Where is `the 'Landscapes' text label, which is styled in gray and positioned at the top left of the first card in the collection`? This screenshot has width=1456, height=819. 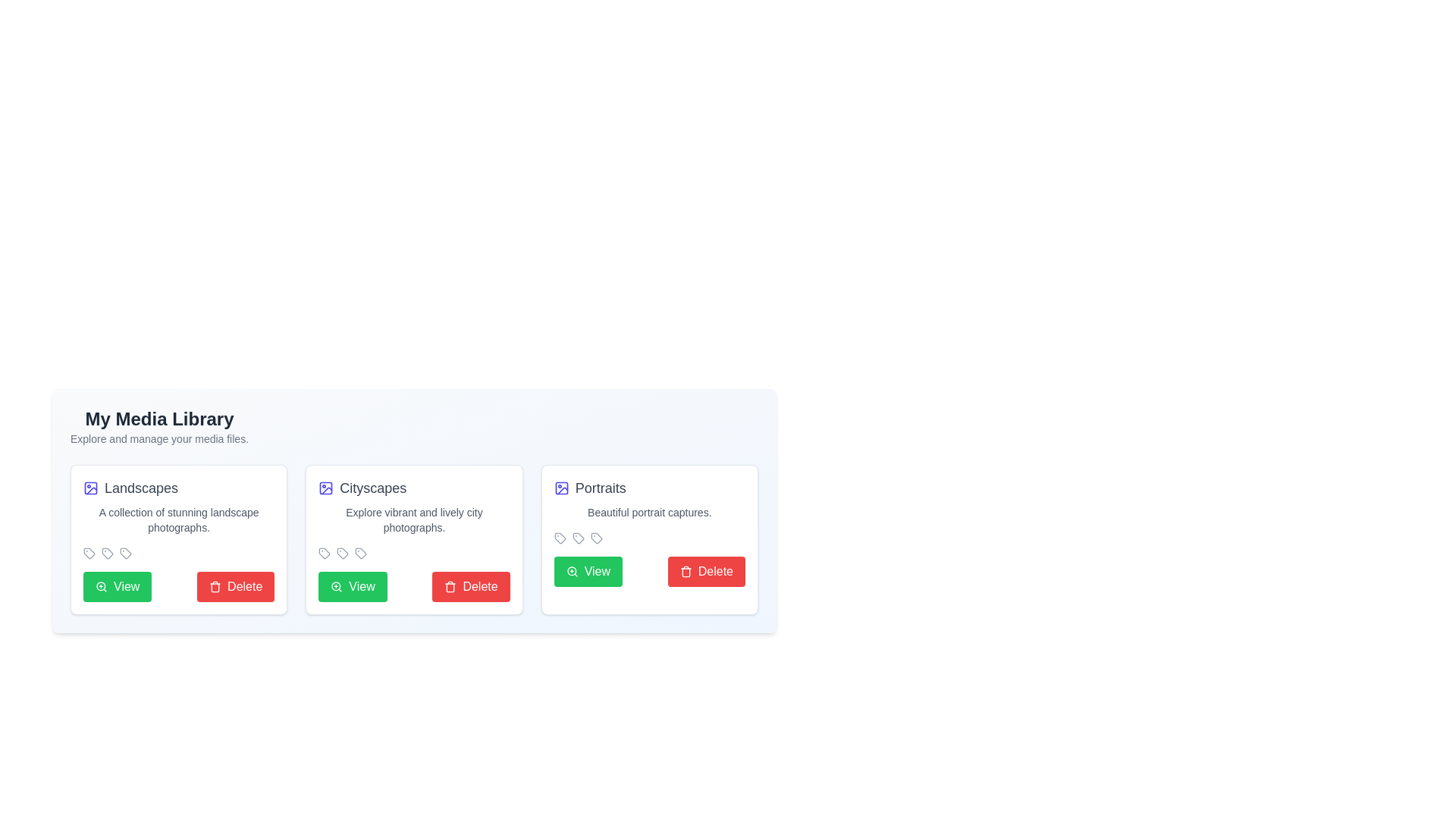
the 'Landscapes' text label, which is styled in gray and positioned at the top left of the first card in the collection is located at coordinates (141, 488).